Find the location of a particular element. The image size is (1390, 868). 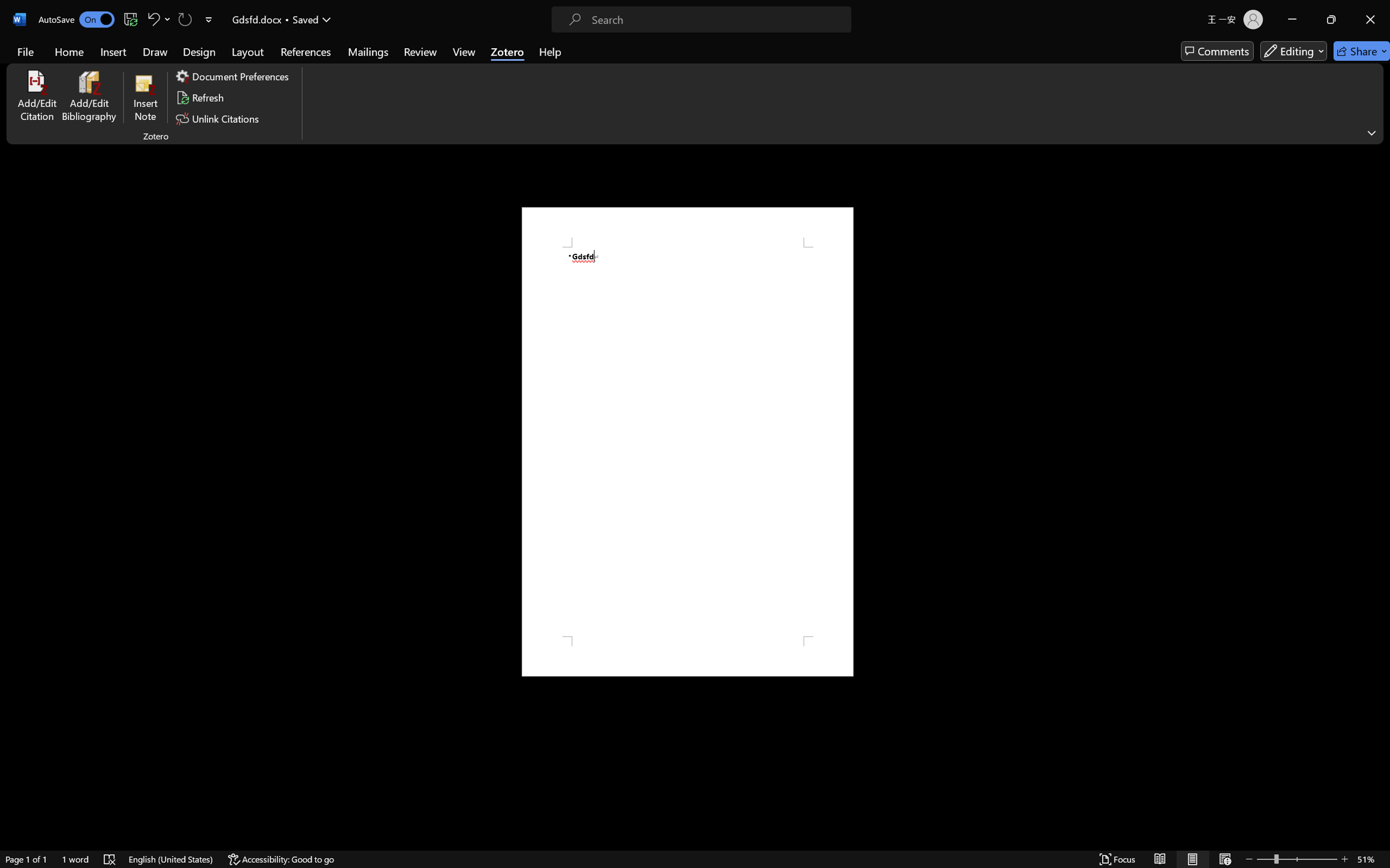

'Line Spacing' is located at coordinates (413, 52).